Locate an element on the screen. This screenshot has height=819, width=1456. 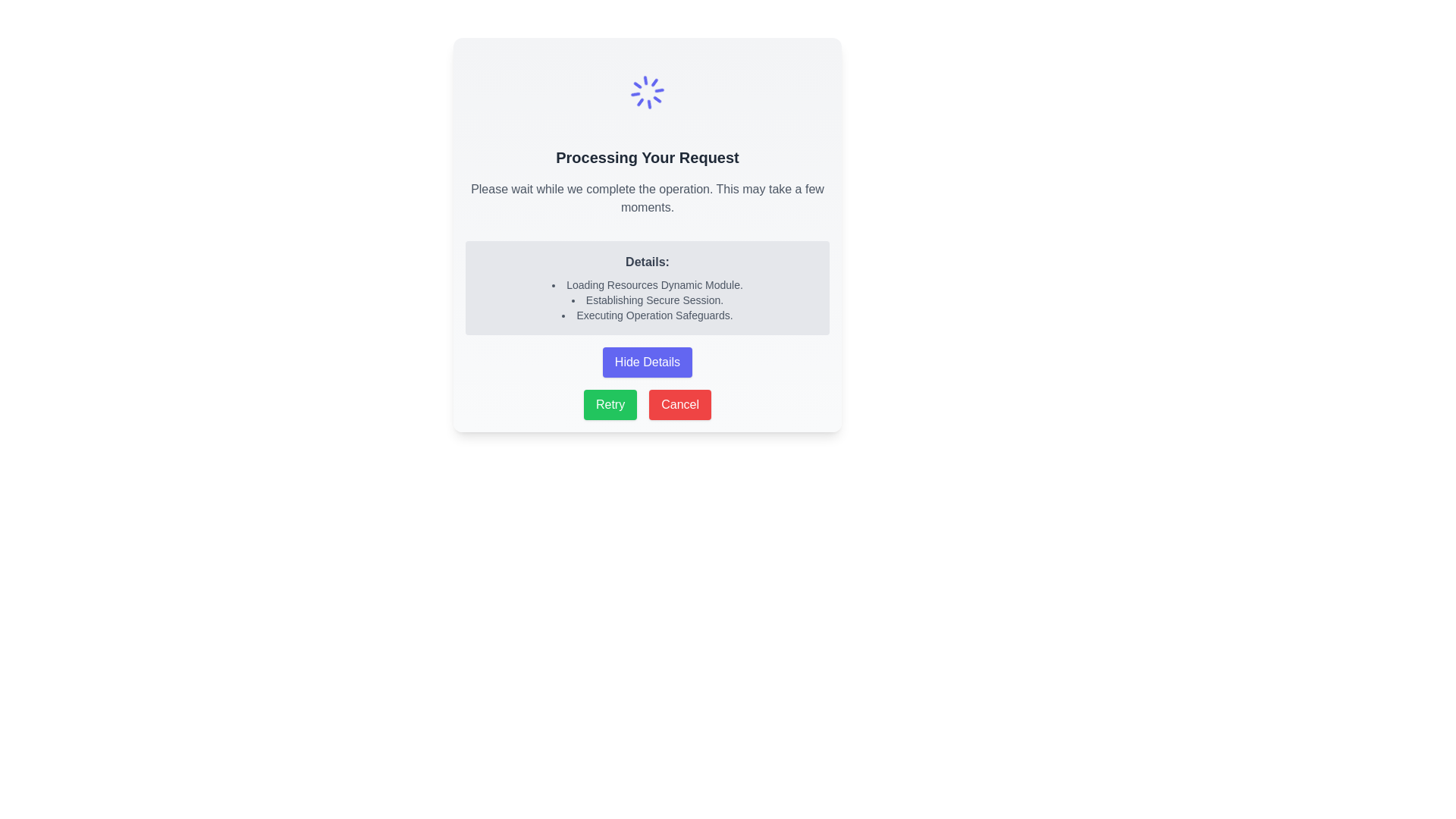
the button that toggles the visibility of the displayed details above, located below the 'Details:' section and above the 'Retry' and 'Cancel' buttons is located at coordinates (648, 362).